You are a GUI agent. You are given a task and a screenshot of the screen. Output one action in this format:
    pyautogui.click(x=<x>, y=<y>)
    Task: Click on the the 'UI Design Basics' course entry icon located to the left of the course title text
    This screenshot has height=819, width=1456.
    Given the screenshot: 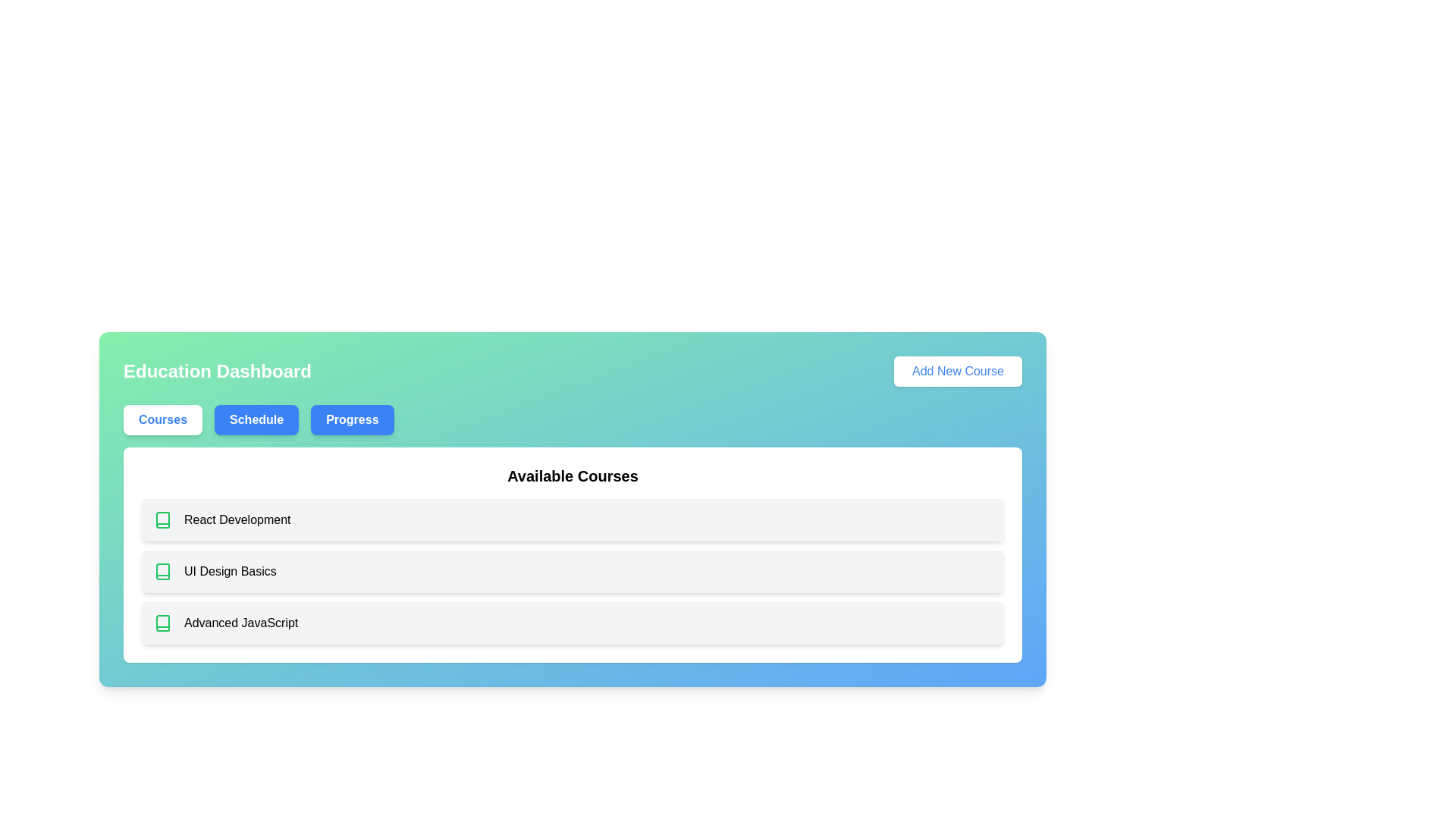 What is the action you would take?
    pyautogui.click(x=163, y=571)
    